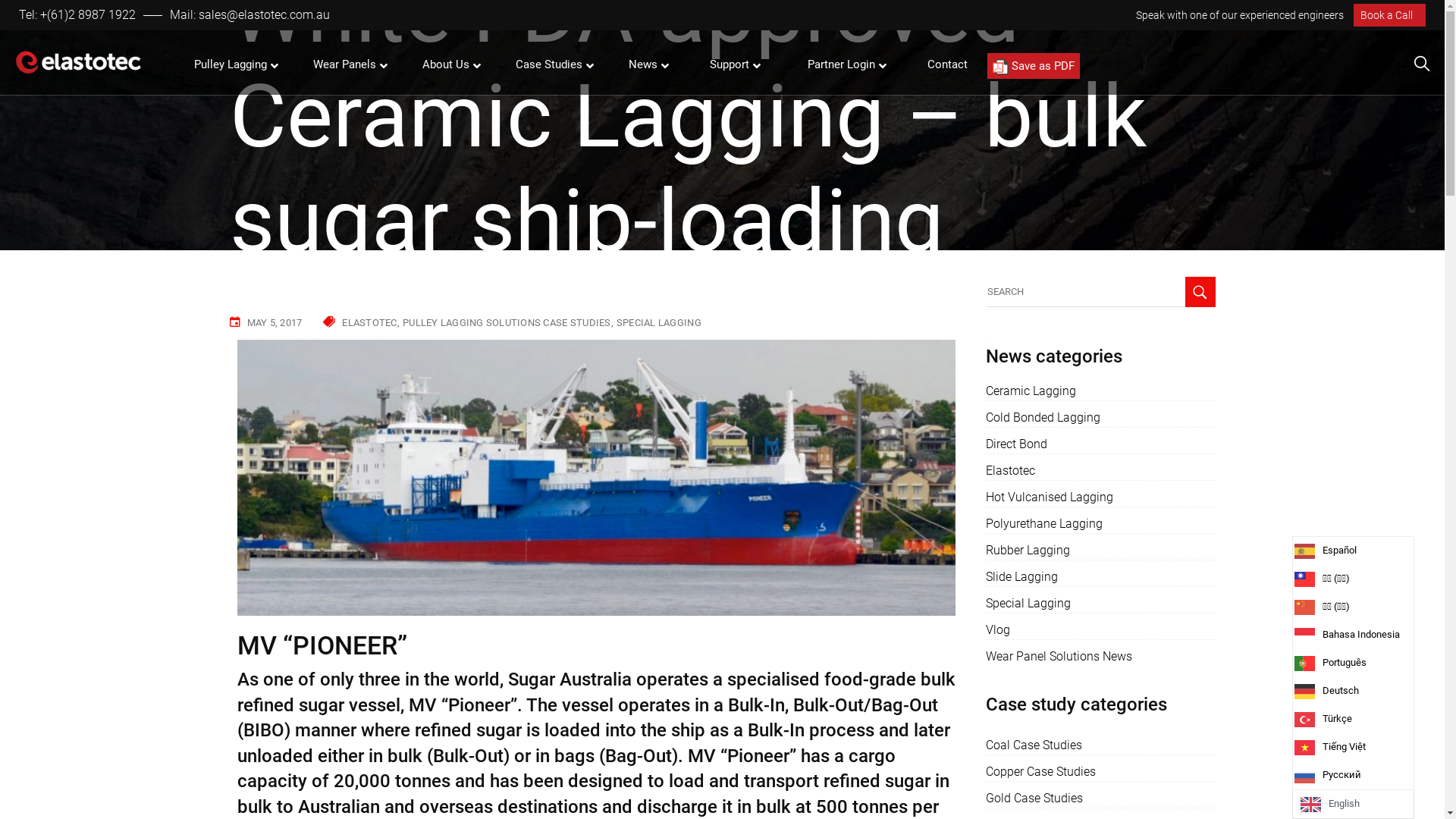  I want to click on 'Pulley Lagging', so click(231, 64).